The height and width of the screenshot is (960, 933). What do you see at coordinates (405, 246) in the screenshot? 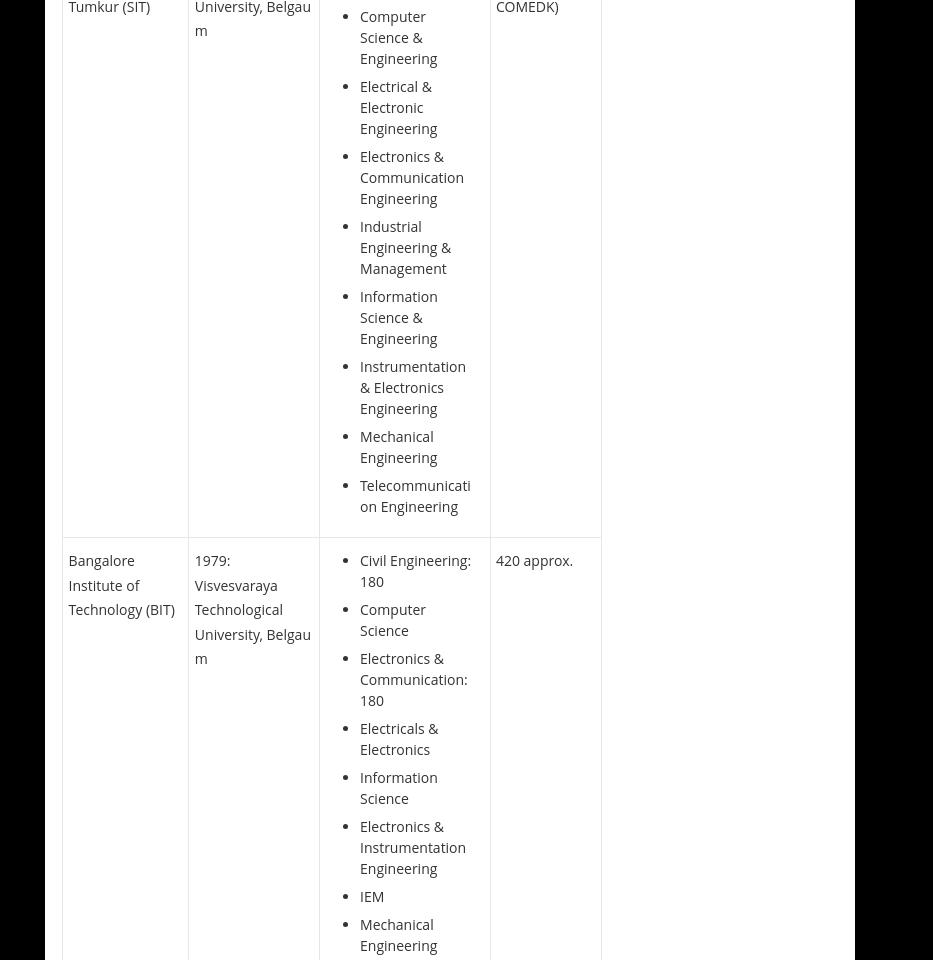
I see `'Industrial Engineering & Management'` at bounding box center [405, 246].